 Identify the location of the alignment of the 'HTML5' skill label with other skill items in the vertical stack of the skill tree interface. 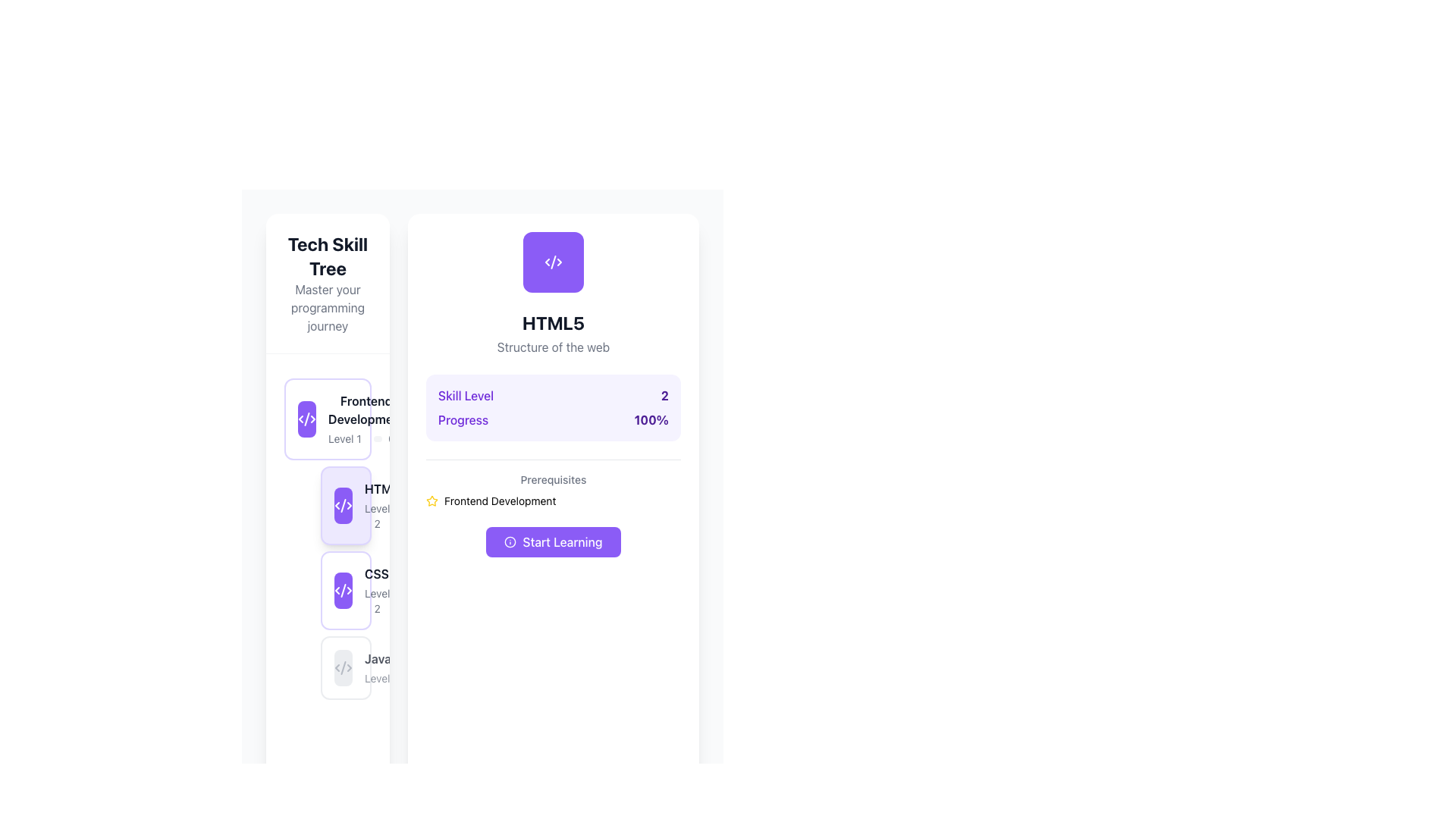
(385, 488).